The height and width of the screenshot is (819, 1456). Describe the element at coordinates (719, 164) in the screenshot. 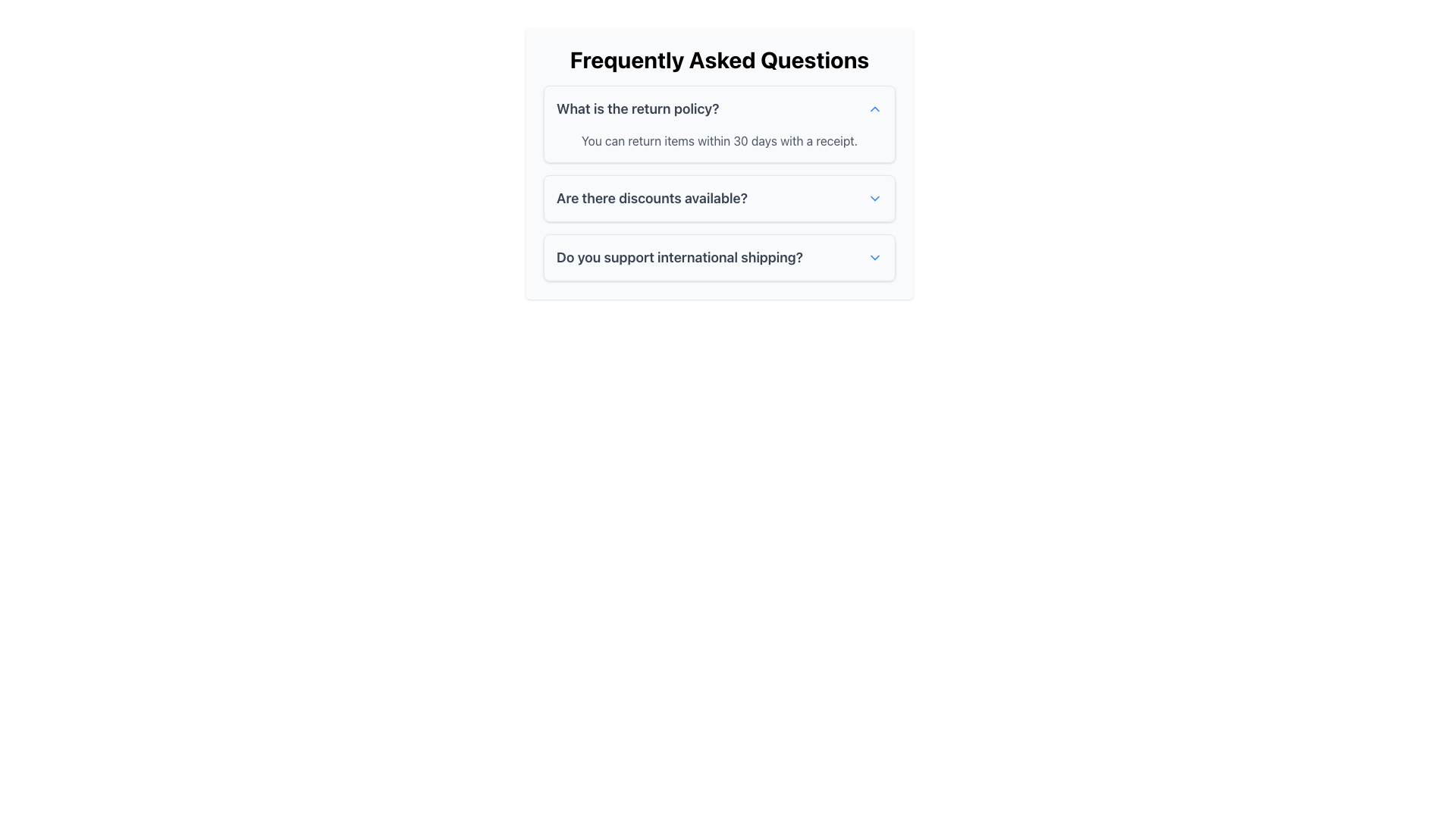

I see `the Expandable FAQ section` at that location.